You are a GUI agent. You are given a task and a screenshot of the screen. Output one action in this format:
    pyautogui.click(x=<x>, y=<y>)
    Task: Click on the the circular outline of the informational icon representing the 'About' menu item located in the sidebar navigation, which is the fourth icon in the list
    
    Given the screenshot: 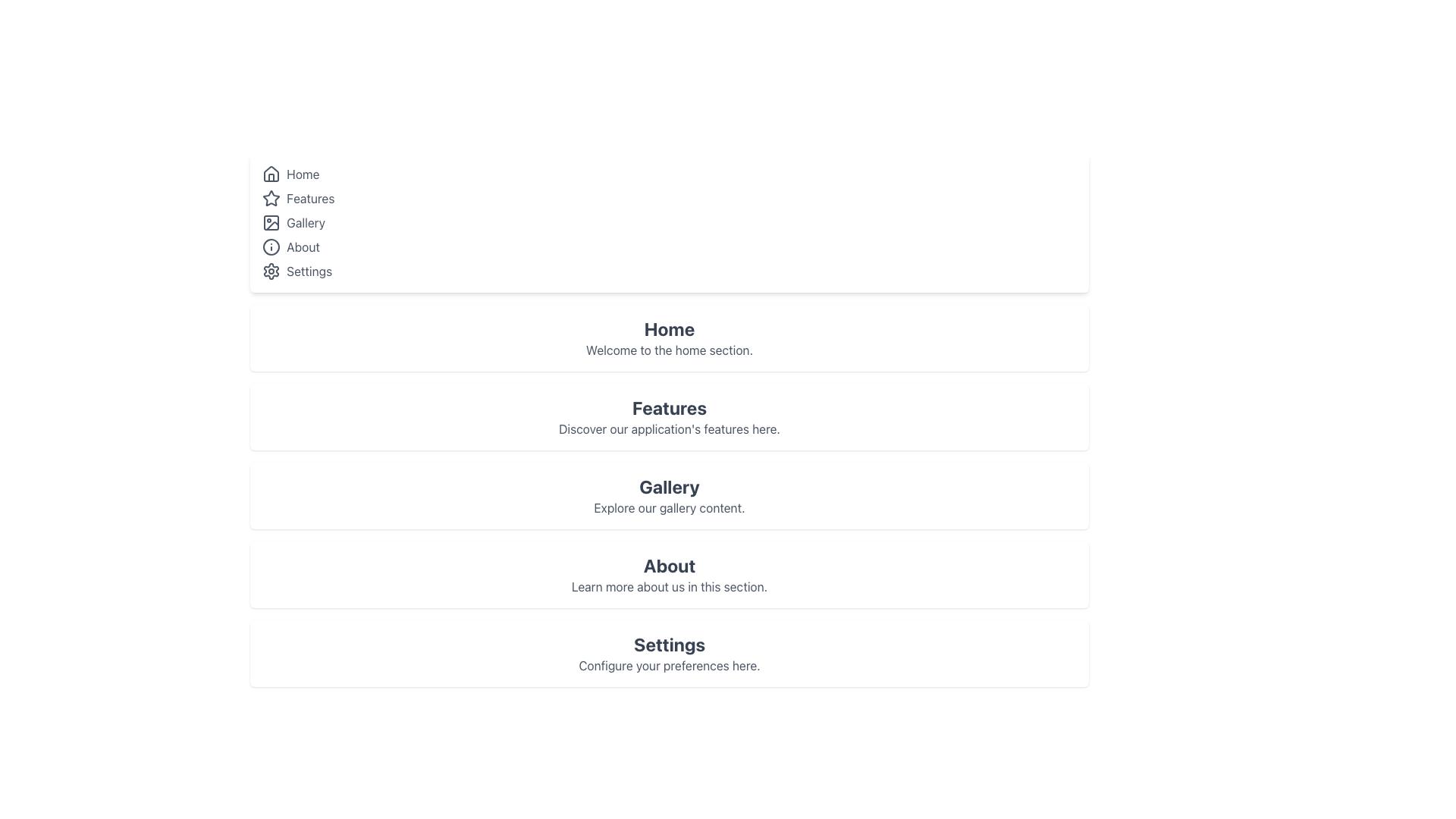 What is the action you would take?
    pyautogui.click(x=271, y=246)
    